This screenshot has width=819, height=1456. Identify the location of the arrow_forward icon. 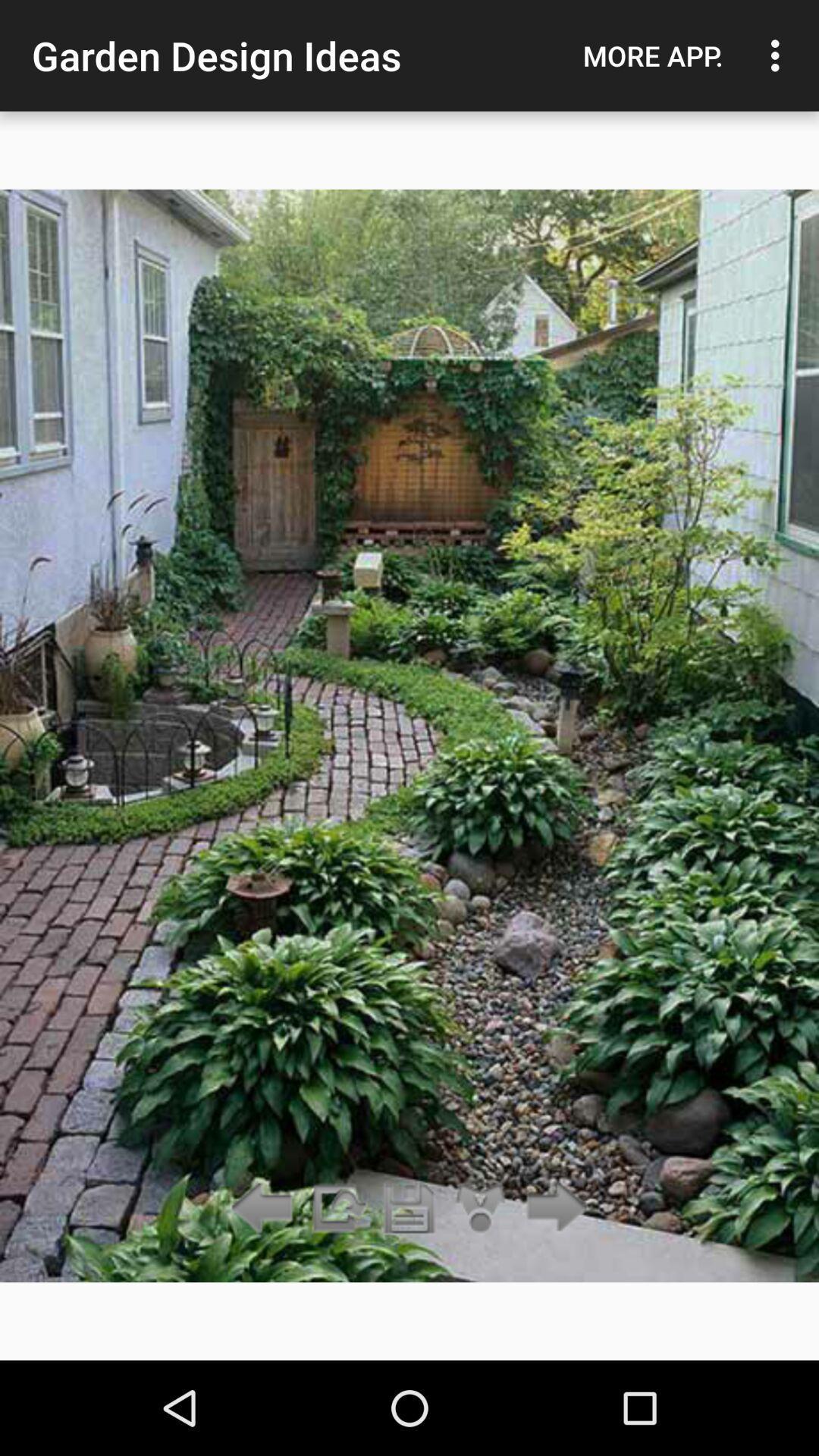
(553, 1208).